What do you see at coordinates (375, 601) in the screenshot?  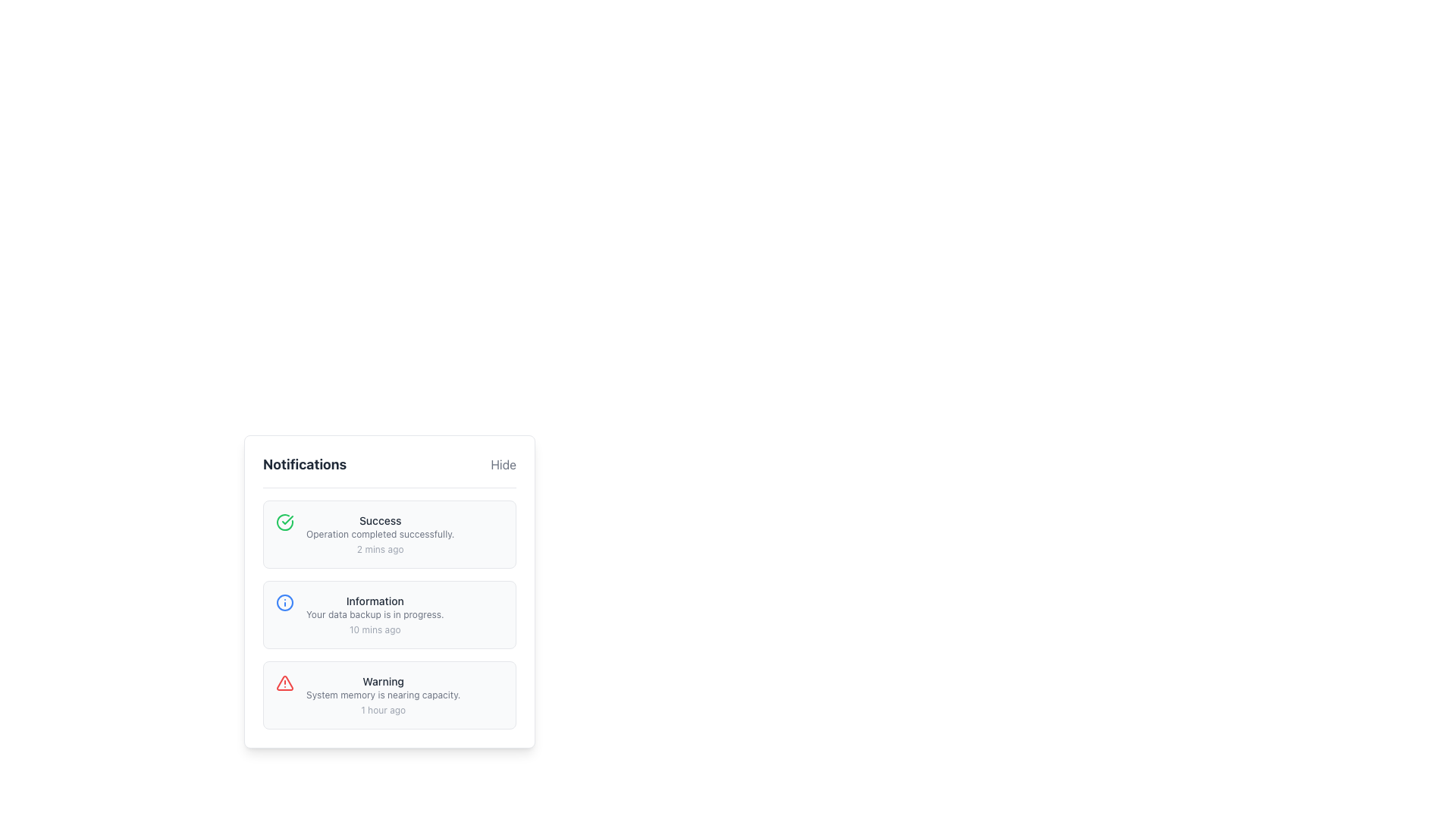 I see `the static text label reading 'Information' which is styled in dark gray and is located at the top of the notification card` at bounding box center [375, 601].